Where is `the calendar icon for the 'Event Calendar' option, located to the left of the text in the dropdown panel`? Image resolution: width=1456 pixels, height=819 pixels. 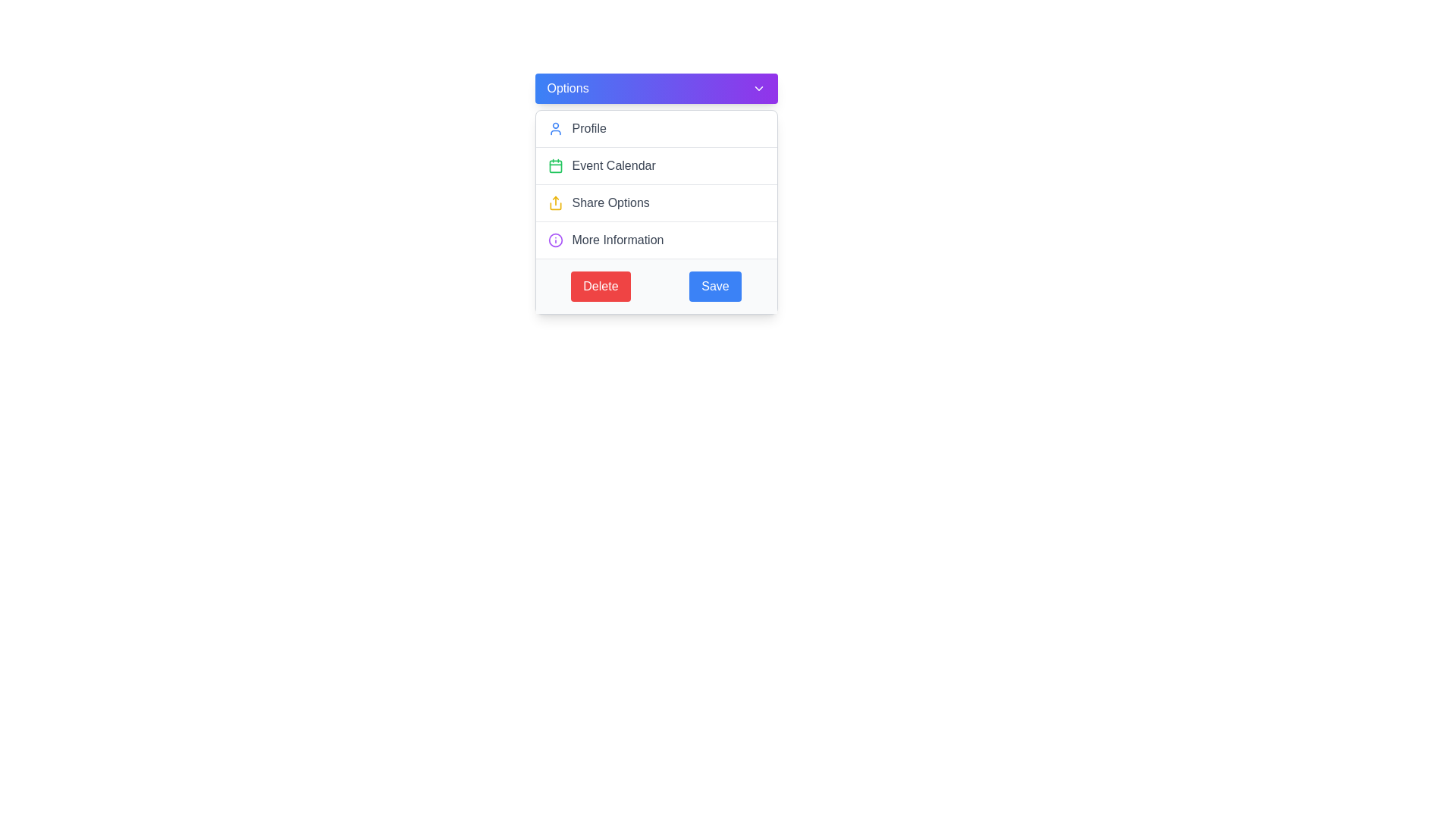
the calendar icon for the 'Event Calendar' option, located to the left of the text in the dropdown panel is located at coordinates (554, 166).